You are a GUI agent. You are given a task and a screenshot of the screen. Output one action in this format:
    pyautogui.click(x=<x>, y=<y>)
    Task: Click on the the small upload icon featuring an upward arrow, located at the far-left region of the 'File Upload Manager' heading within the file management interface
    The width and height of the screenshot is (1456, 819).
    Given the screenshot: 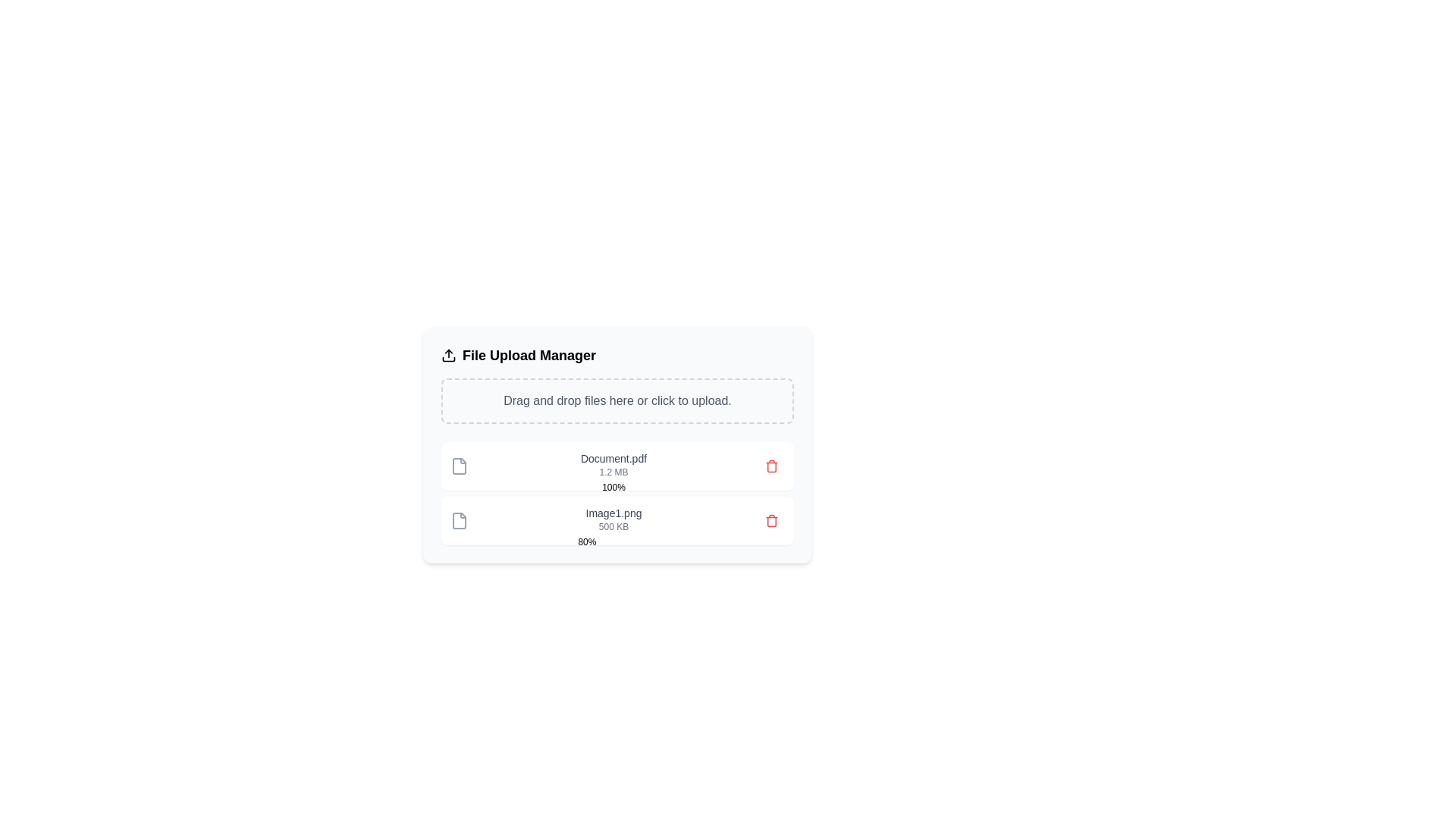 What is the action you would take?
    pyautogui.click(x=447, y=356)
    